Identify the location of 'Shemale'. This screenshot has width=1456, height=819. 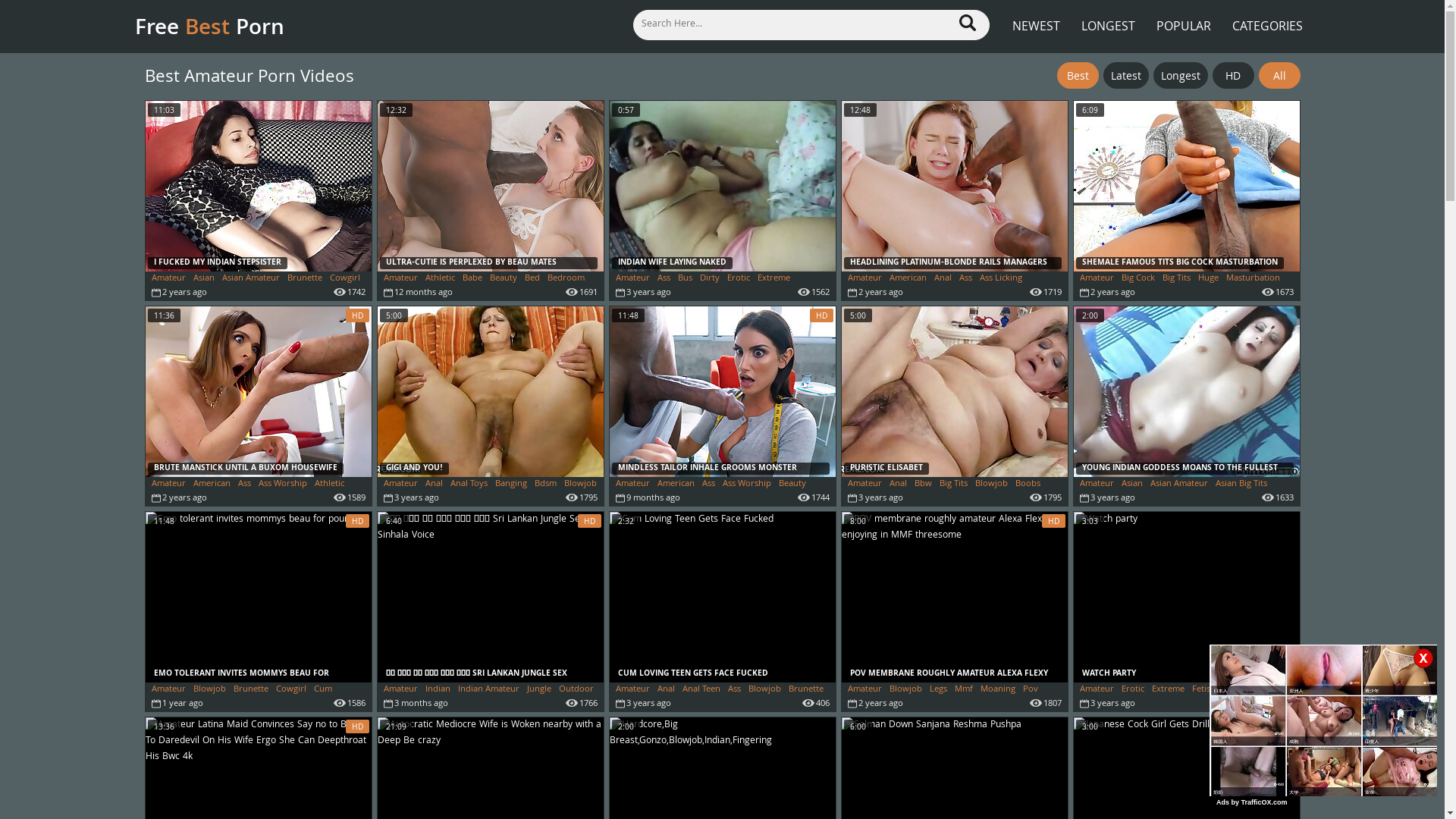
(1096, 291).